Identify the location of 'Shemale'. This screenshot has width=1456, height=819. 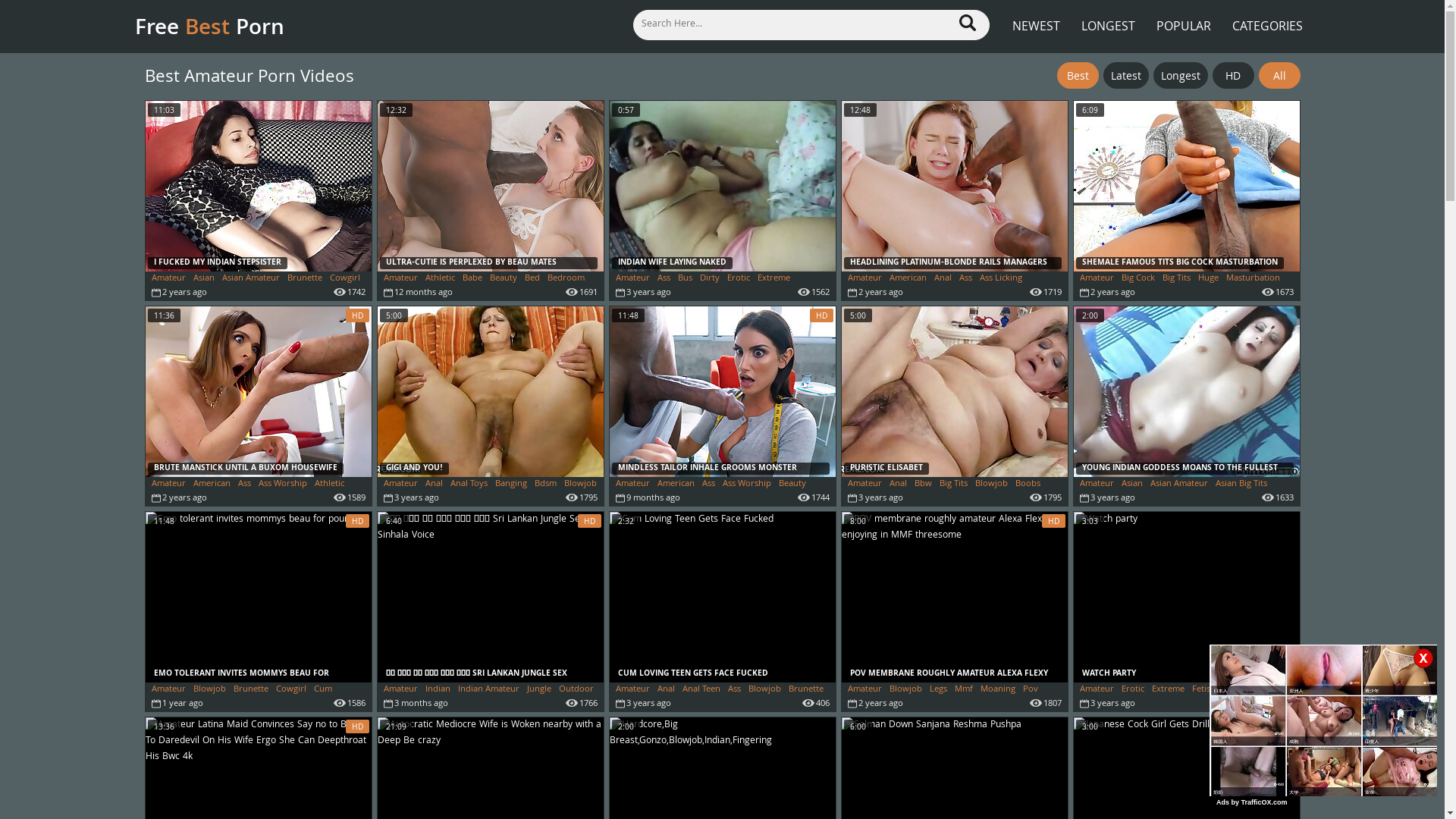
(1096, 291).